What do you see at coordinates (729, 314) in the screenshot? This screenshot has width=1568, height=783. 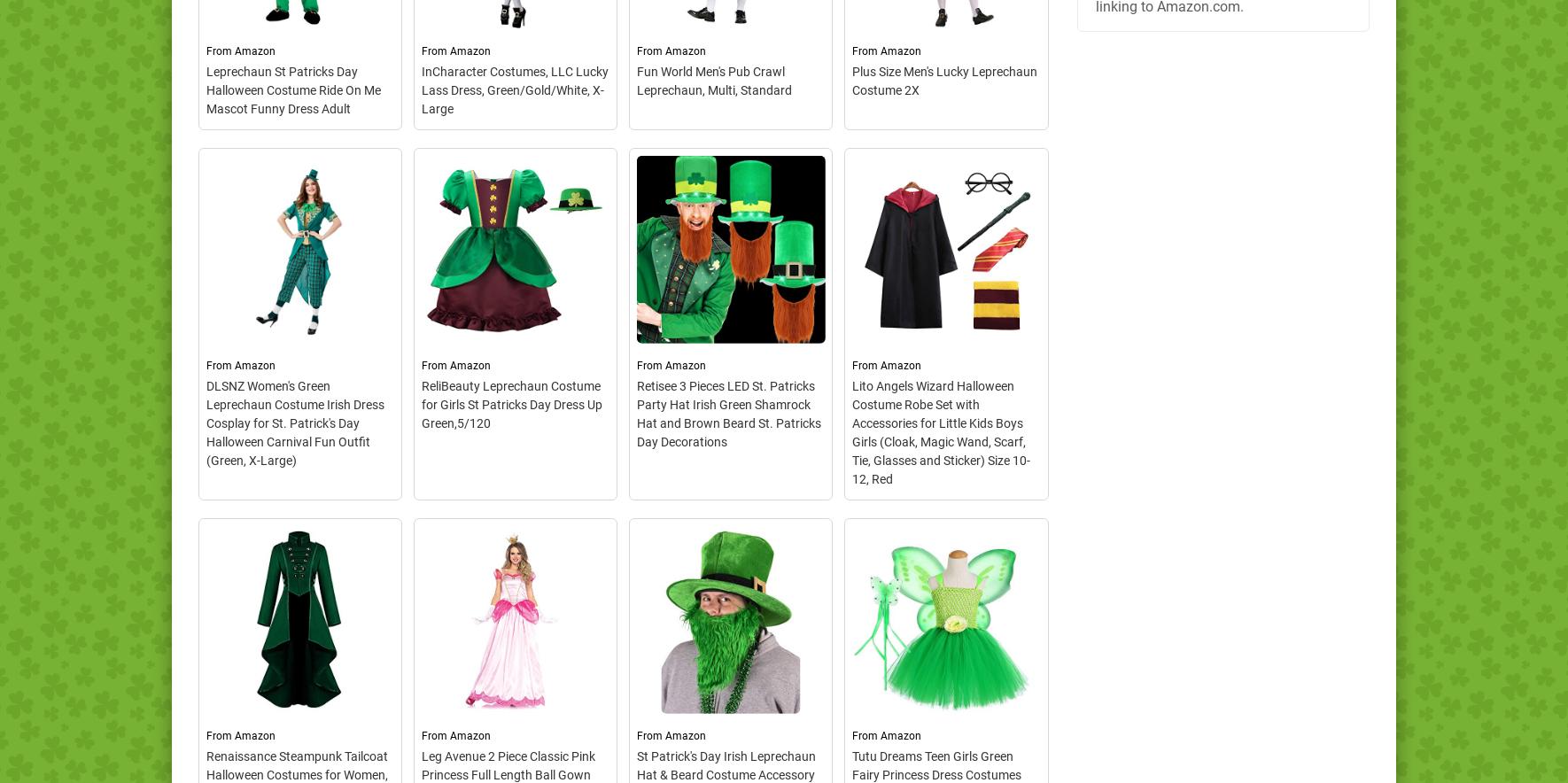 I see `'–   This costume includes a jacket, knickers, hat, and a bow tie. Does not include, shirt, necklace, pin-ons, ring, beer pitcher/gla.'` at bounding box center [729, 314].